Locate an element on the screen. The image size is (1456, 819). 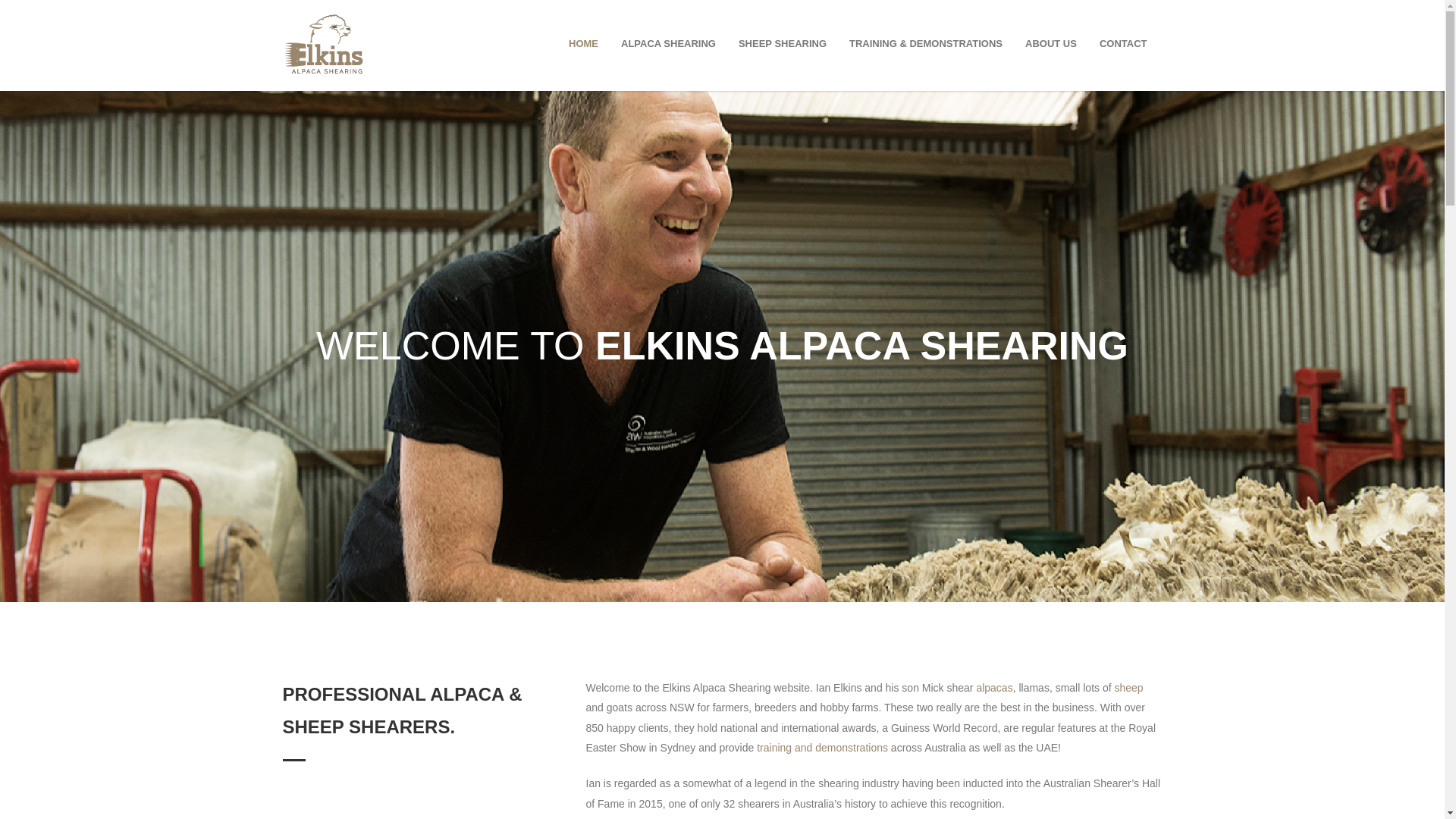
'HOME' is located at coordinates (582, 42).